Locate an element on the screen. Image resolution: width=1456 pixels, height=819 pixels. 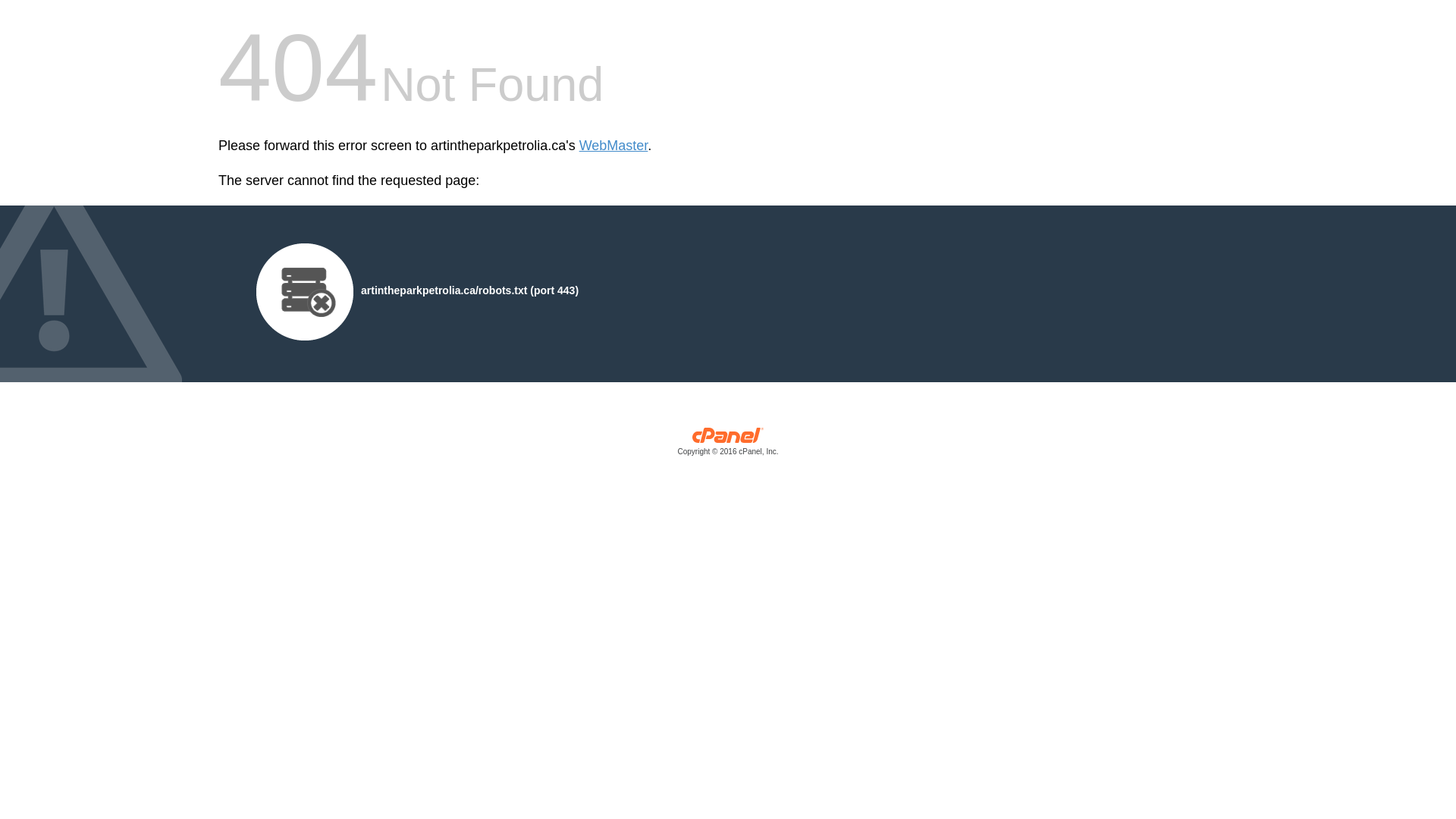
'WebMaster' is located at coordinates (613, 146).